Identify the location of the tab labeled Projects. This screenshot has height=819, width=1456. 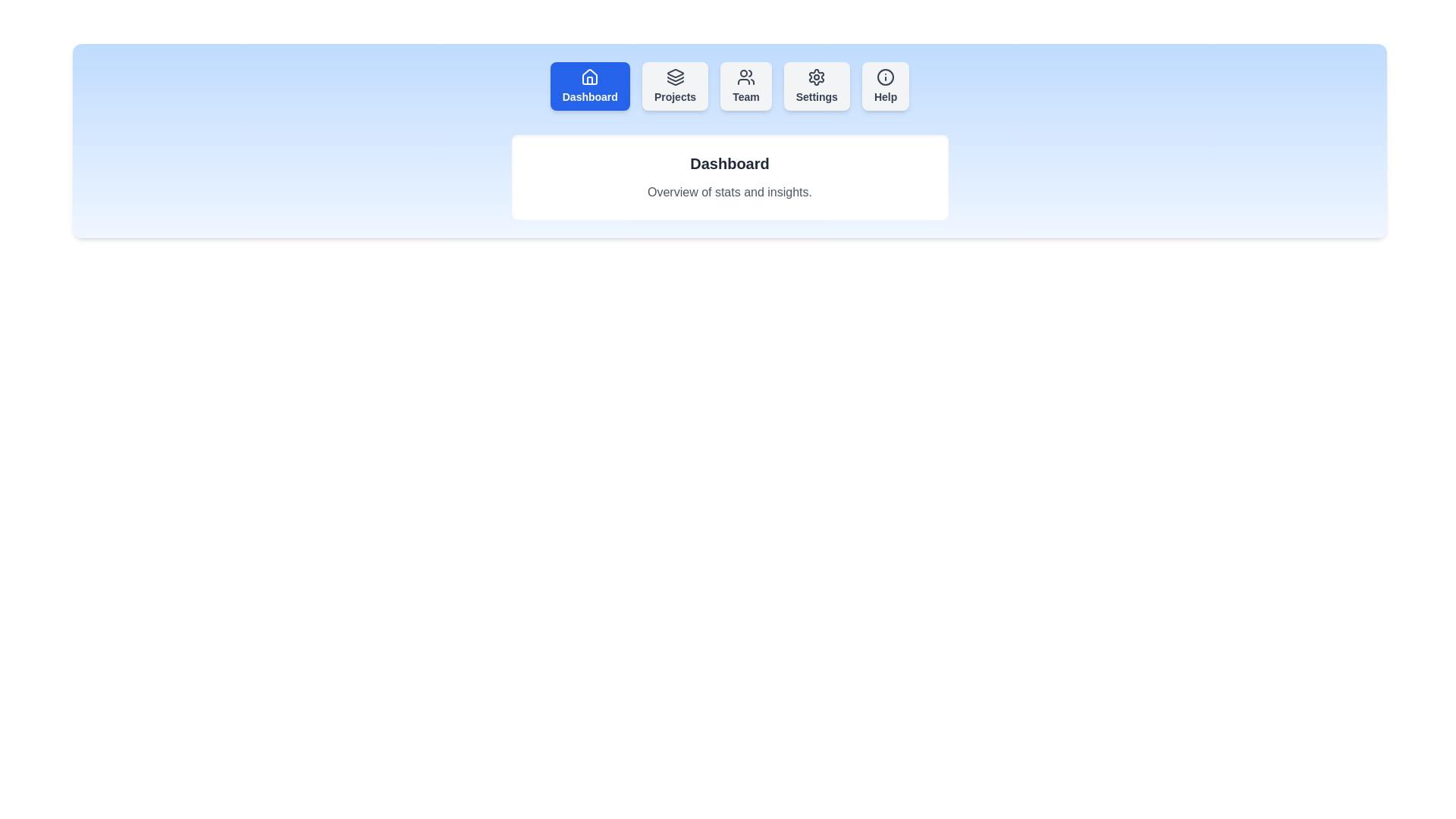
(674, 86).